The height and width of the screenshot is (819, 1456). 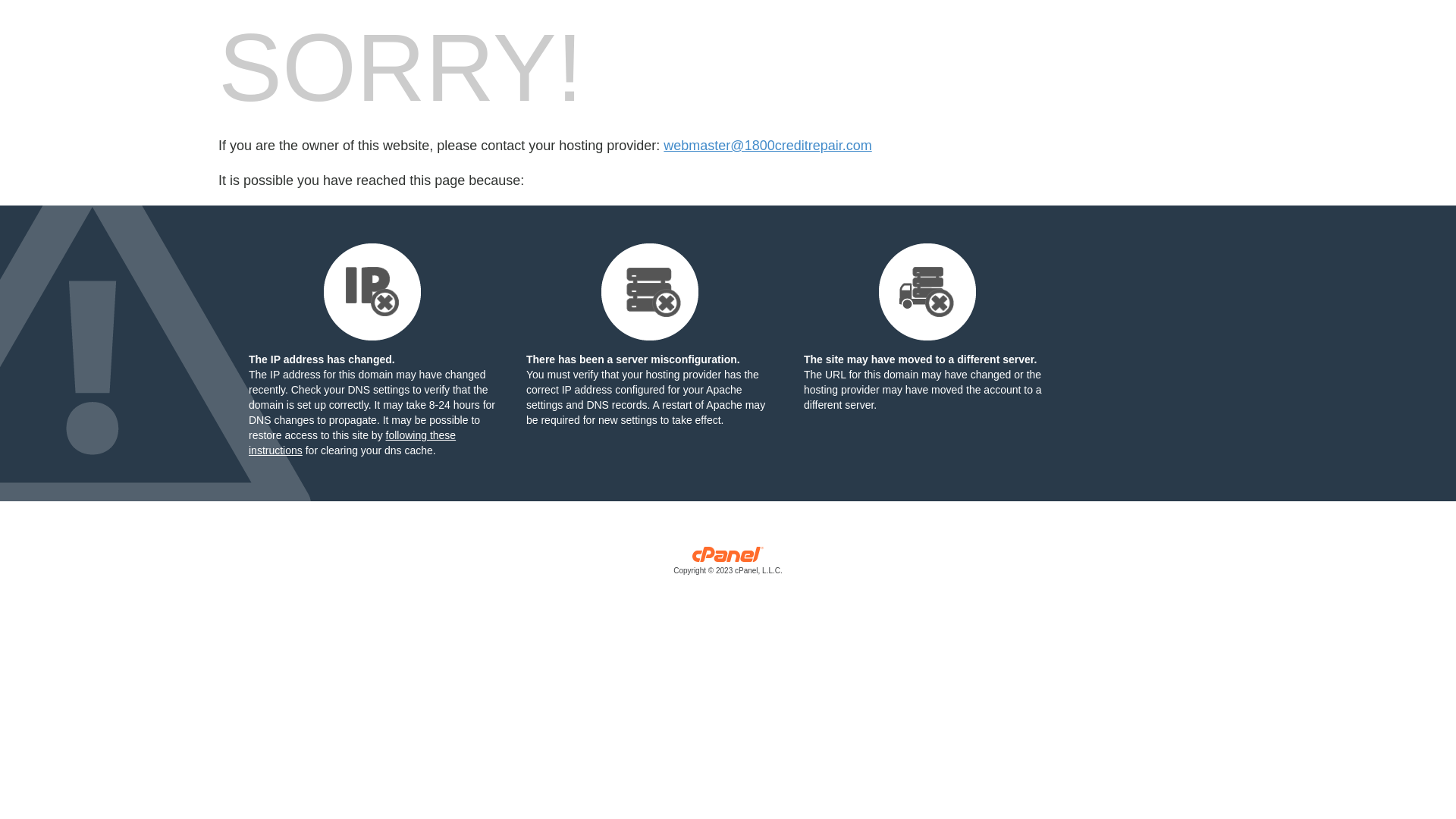 What do you see at coordinates (767, 146) in the screenshot?
I see `'webmaster@1800creditrepair.com'` at bounding box center [767, 146].